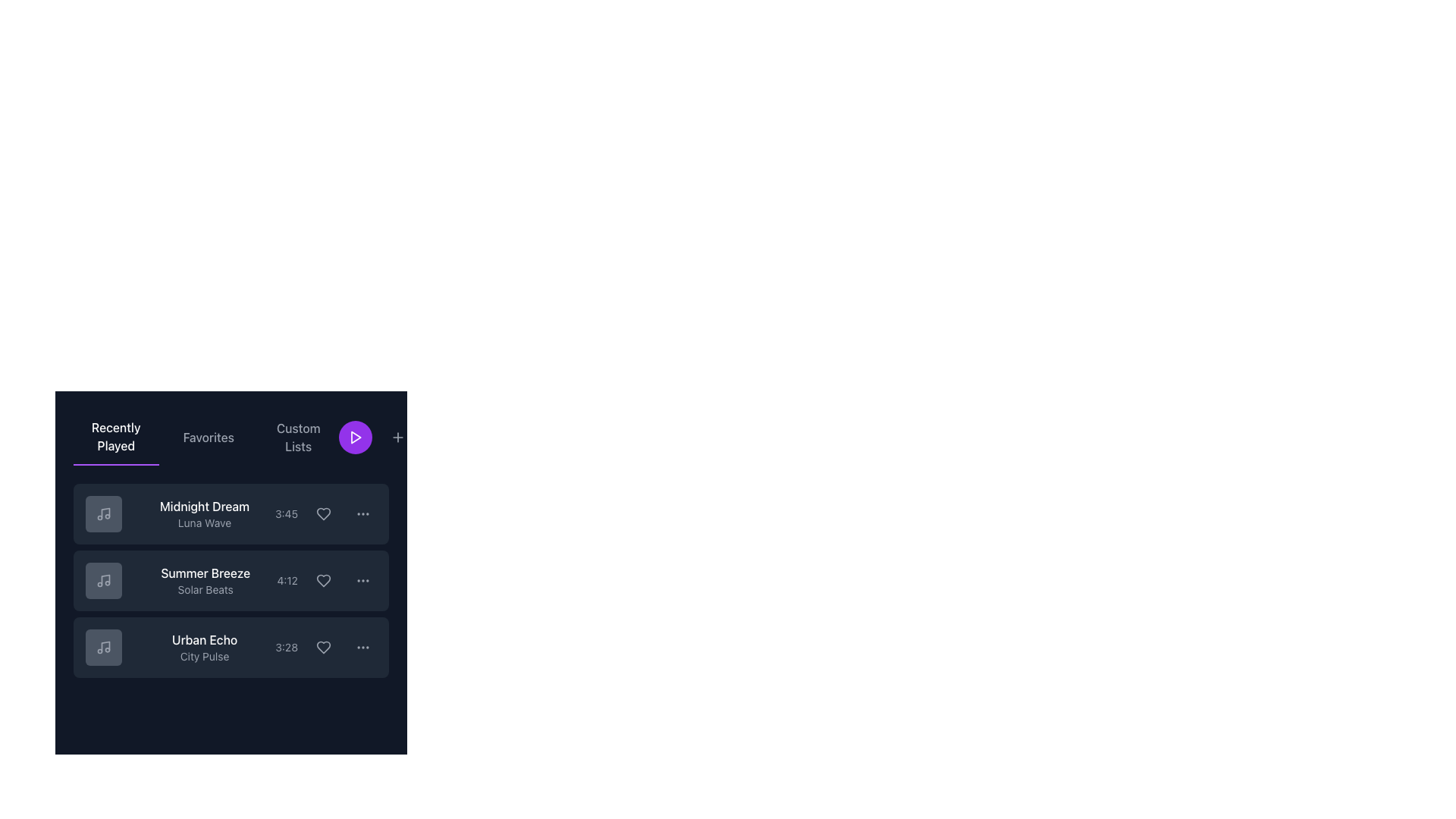 Image resolution: width=1456 pixels, height=819 pixels. Describe the element at coordinates (355, 438) in the screenshot. I see `the white triangular play button located in the top-right segment of the interface, adjacent to the 'Custom Lists' label, to initiate playback` at that location.